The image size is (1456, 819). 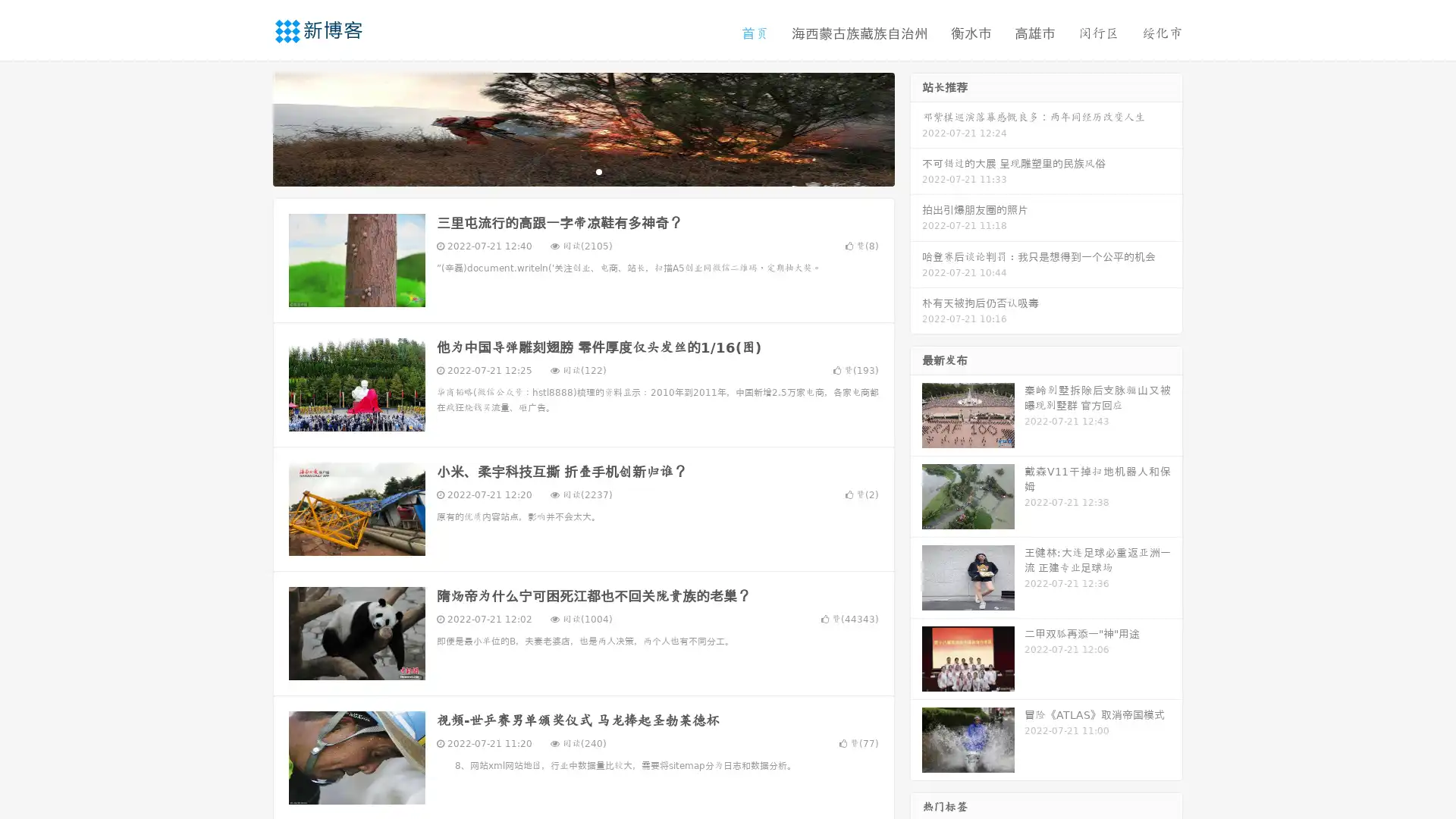 What do you see at coordinates (598, 171) in the screenshot?
I see `Go to slide 3` at bounding box center [598, 171].